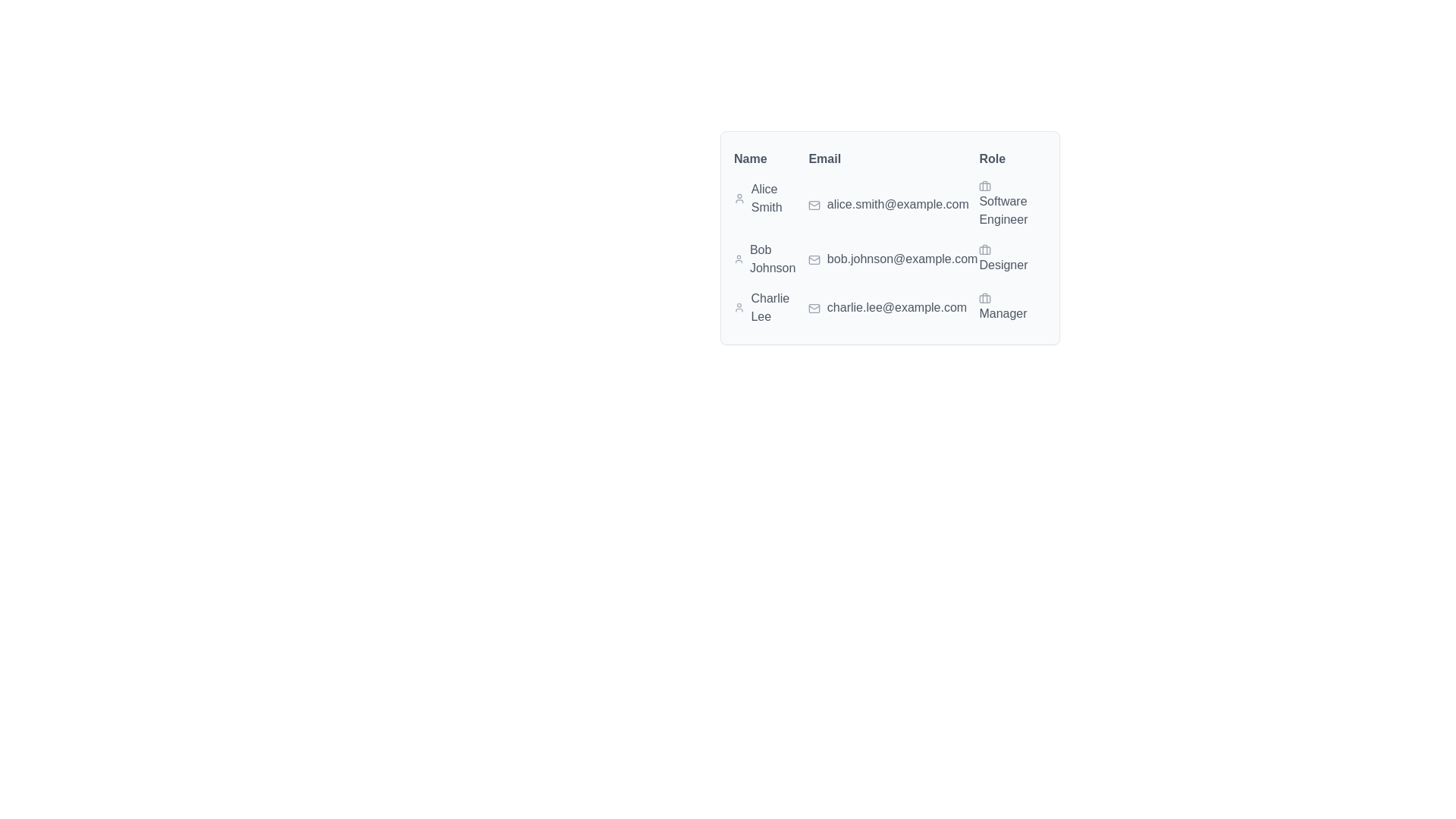 The width and height of the screenshot is (1456, 819). I want to click on the email address displayed, so click(890, 253).